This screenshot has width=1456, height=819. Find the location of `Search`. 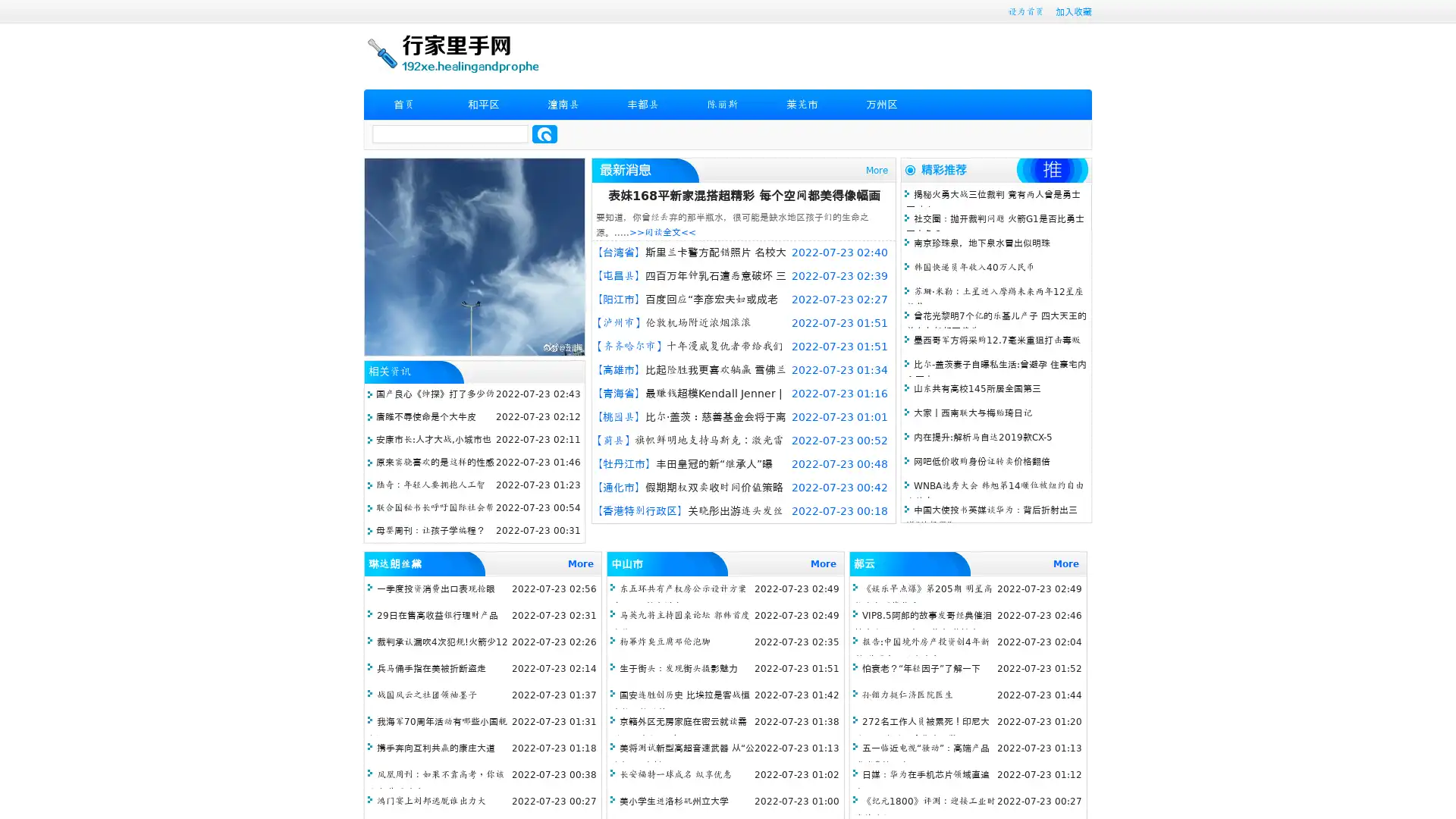

Search is located at coordinates (544, 133).